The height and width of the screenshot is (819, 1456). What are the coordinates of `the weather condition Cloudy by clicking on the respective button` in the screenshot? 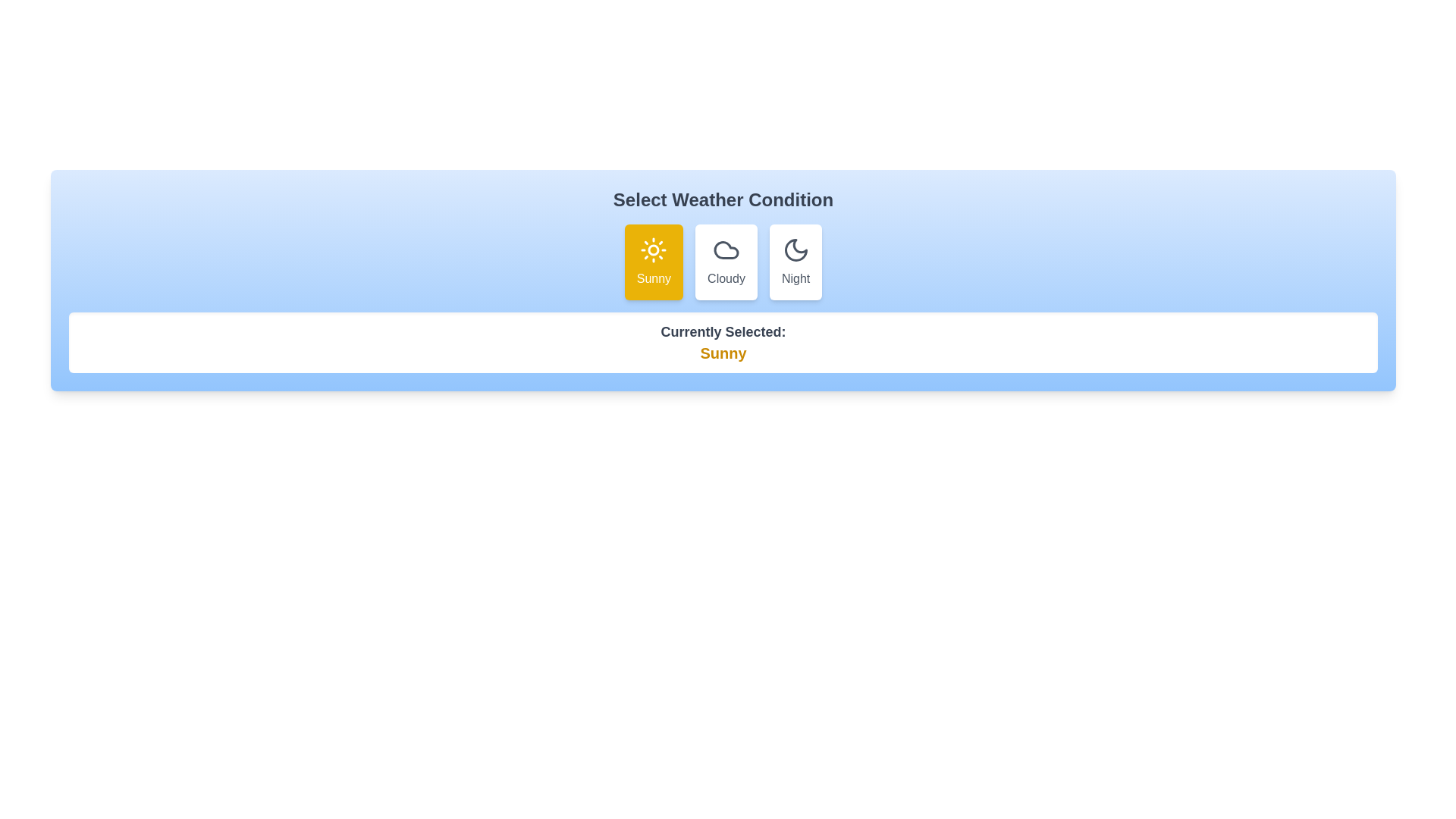 It's located at (726, 262).